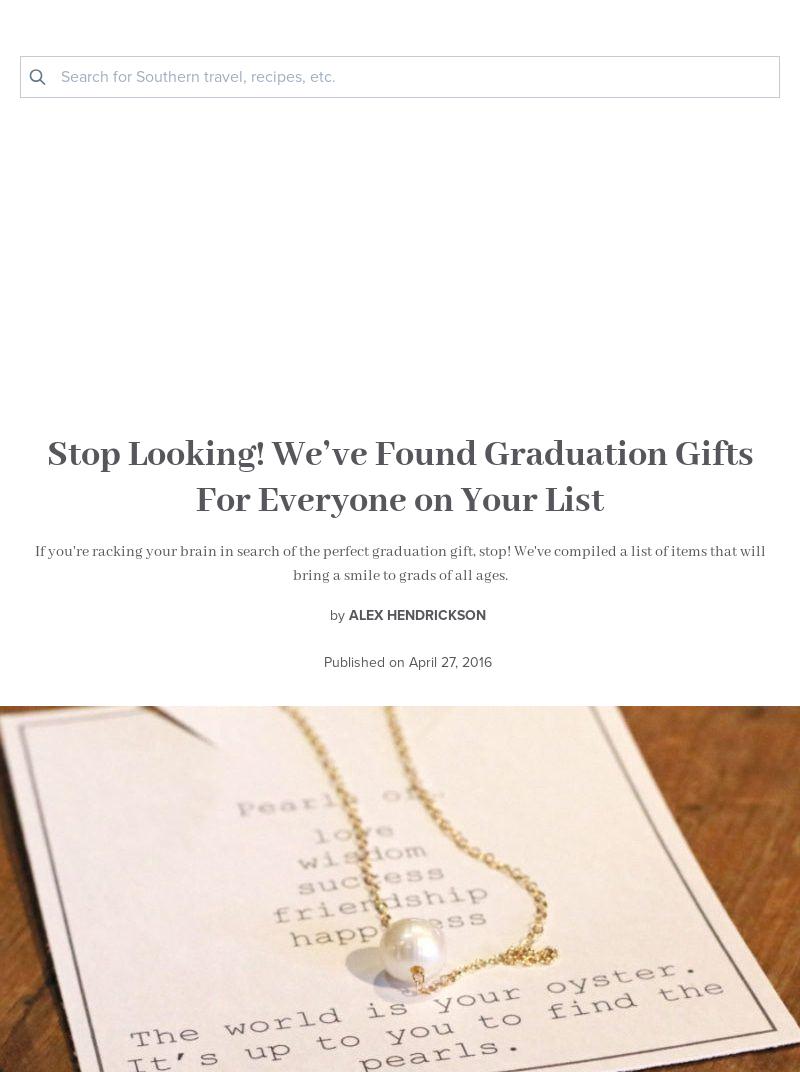 The image size is (800, 1072). I want to click on 'Red bicycle, $425, at', so click(75, 505).